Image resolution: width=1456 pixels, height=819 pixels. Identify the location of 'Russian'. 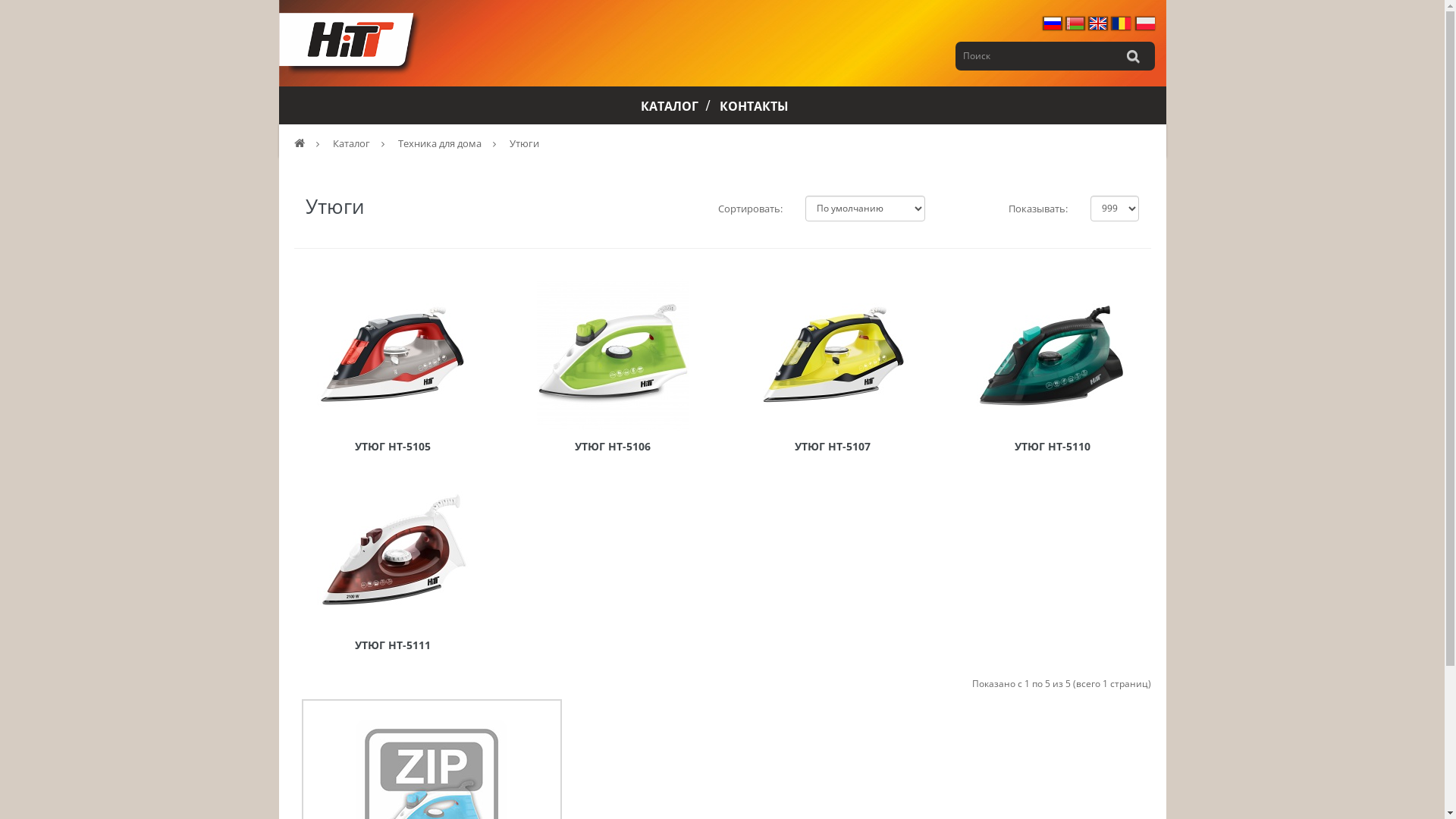
(1051, 23).